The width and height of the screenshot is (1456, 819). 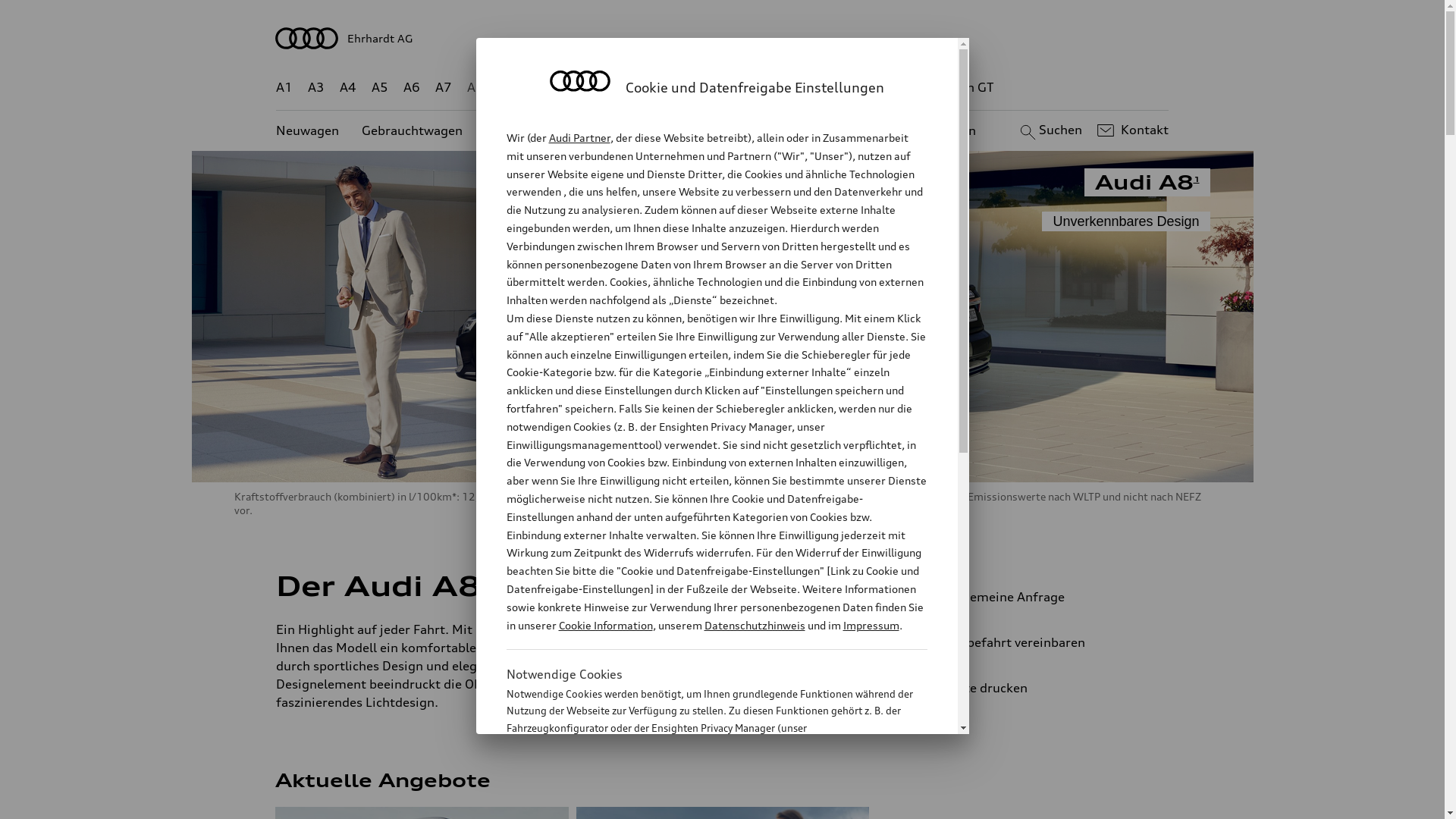 I want to click on 'e-tron GT', so click(x=965, y=87).